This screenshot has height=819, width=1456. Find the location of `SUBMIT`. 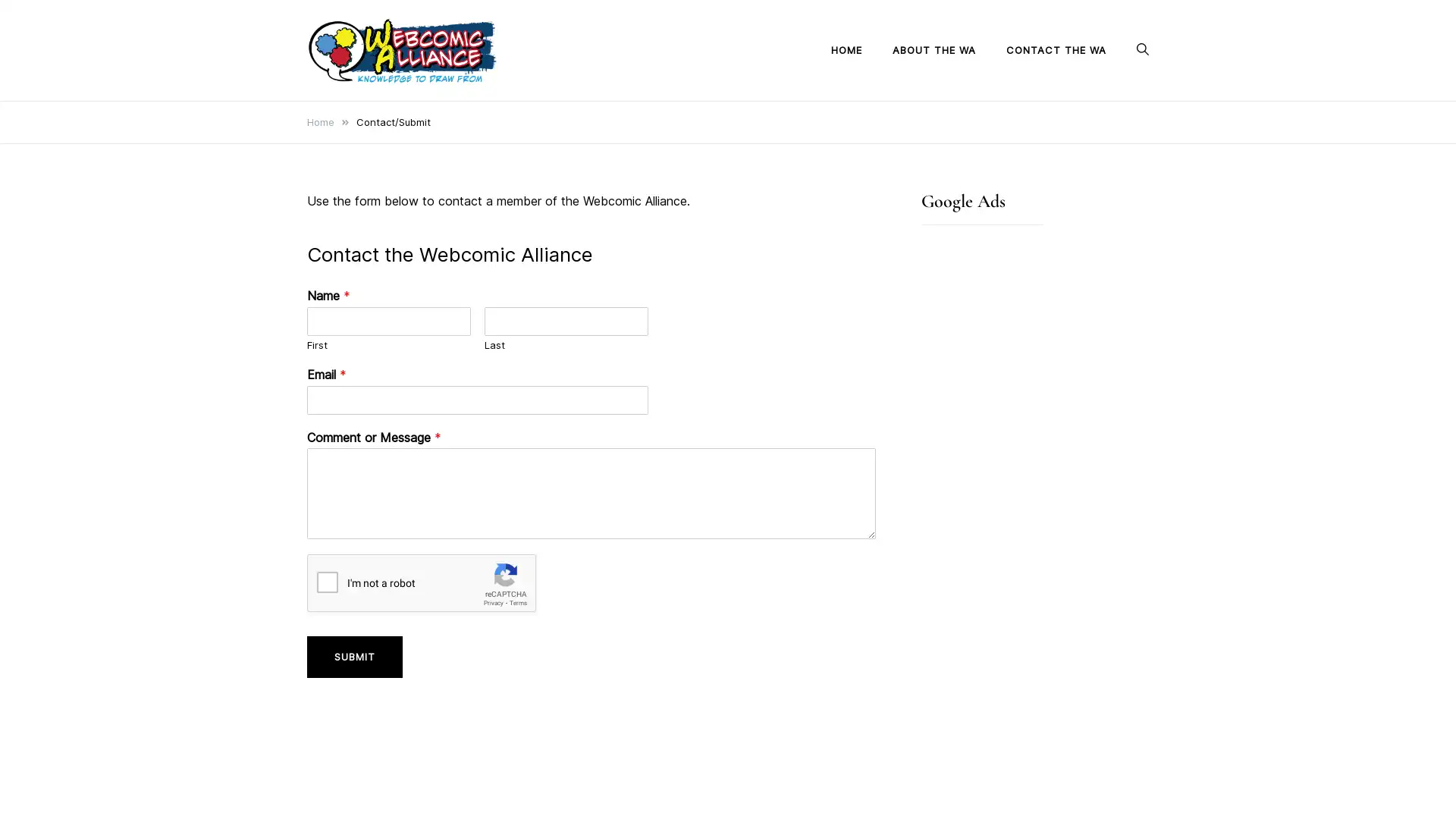

SUBMIT is located at coordinates (353, 656).